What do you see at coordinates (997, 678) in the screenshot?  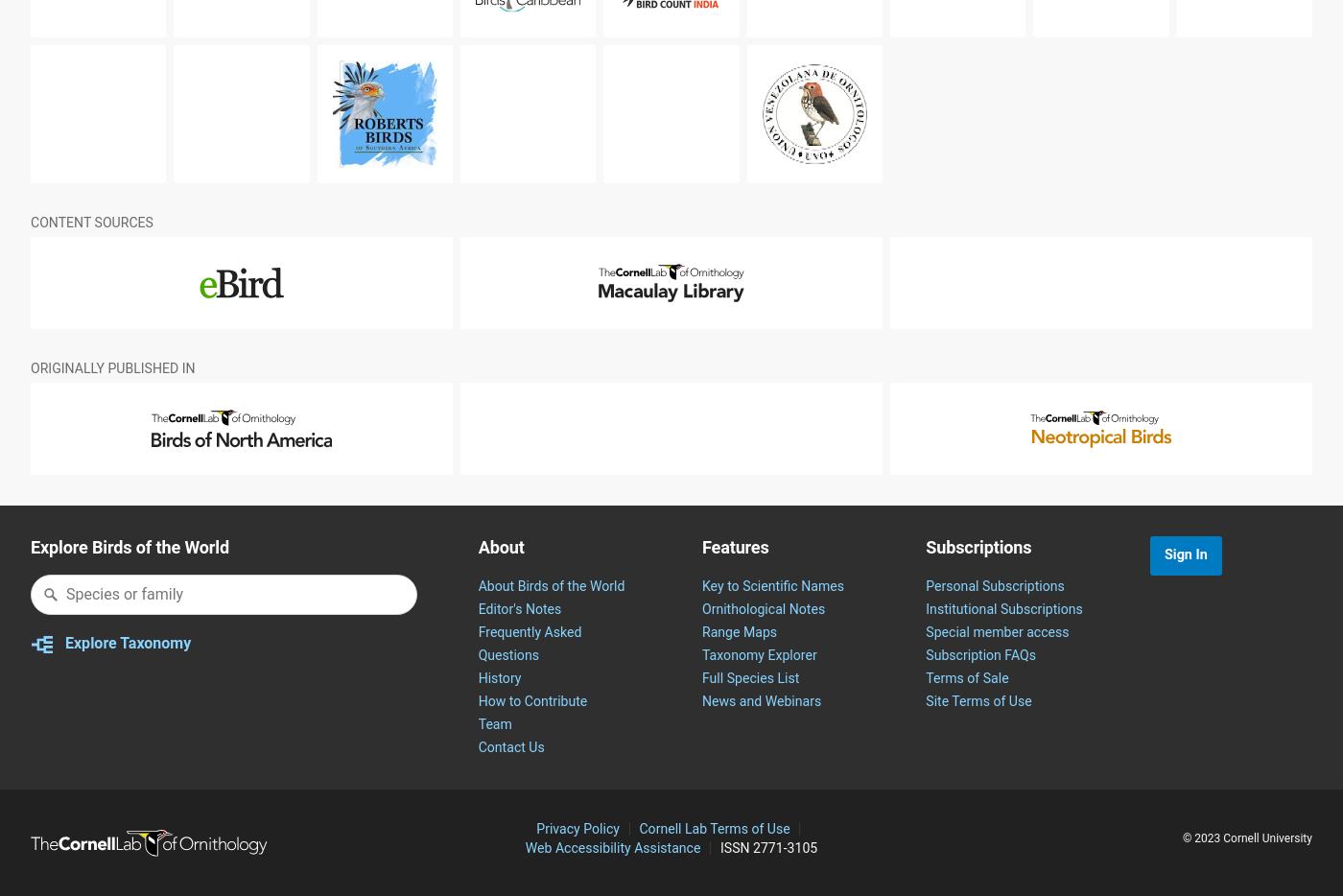 I see `'Special member access'` at bounding box center [997, 678].